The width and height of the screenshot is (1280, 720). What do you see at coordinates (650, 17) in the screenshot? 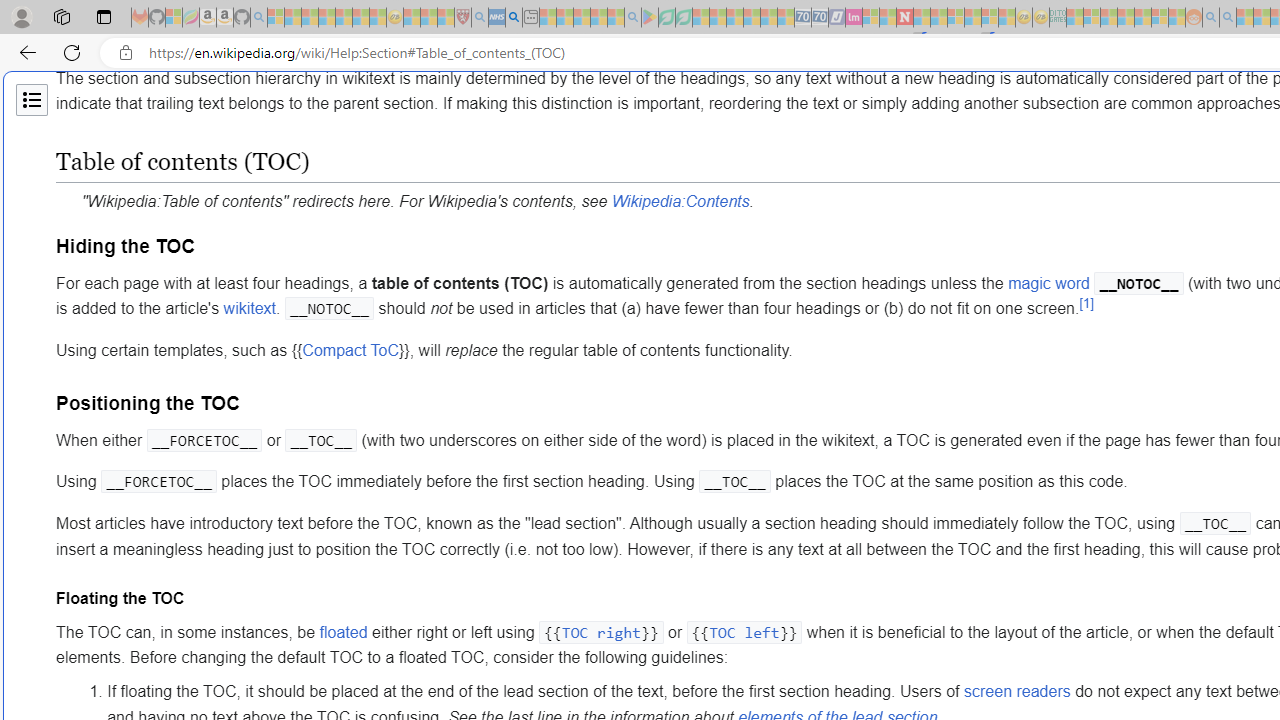
I see `'Bluey: Let'` at bounding box center [650, 17].